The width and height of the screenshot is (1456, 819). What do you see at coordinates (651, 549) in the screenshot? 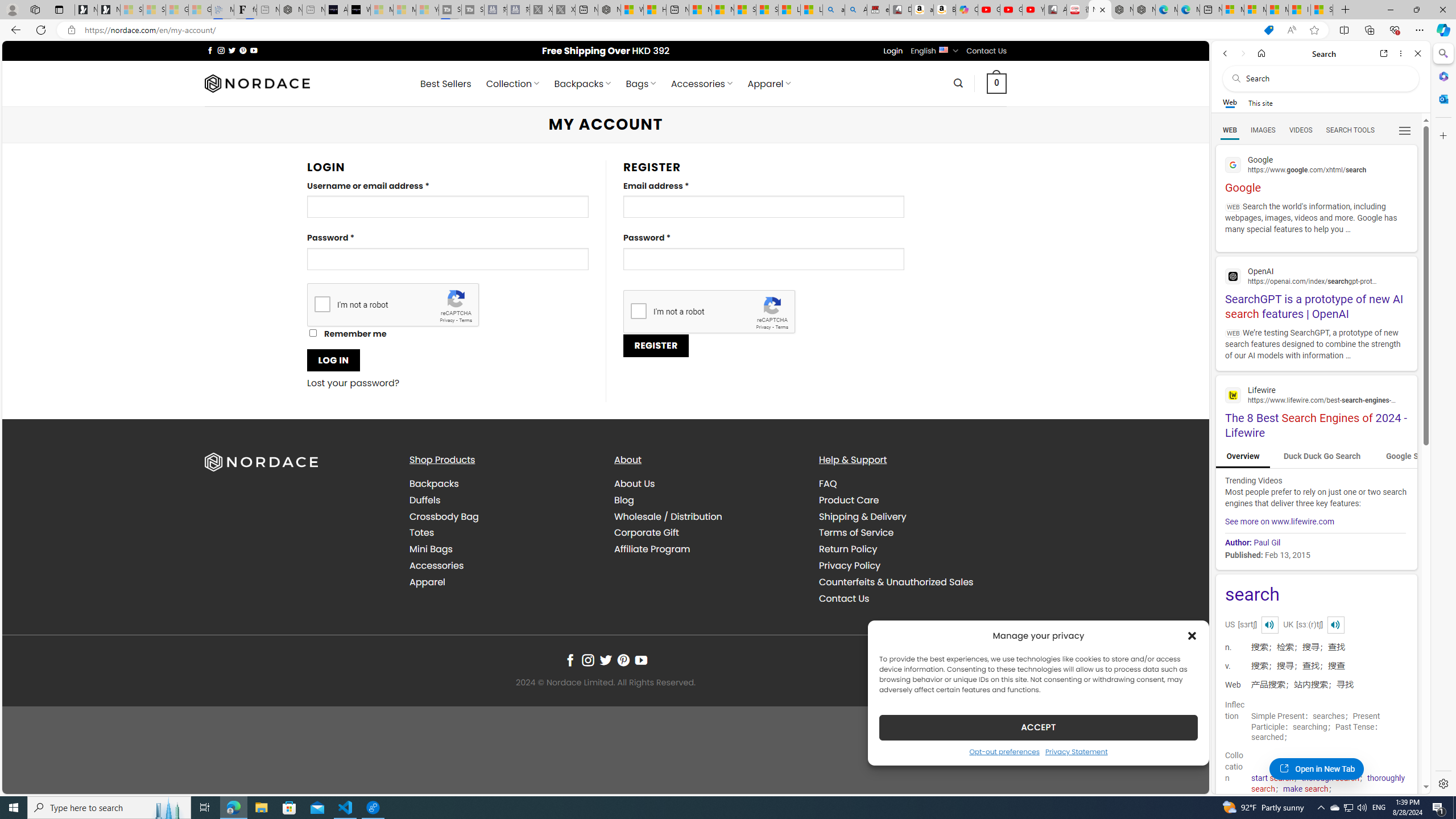
I see `'Affiliate Program'` at bounding box center [651, 549].